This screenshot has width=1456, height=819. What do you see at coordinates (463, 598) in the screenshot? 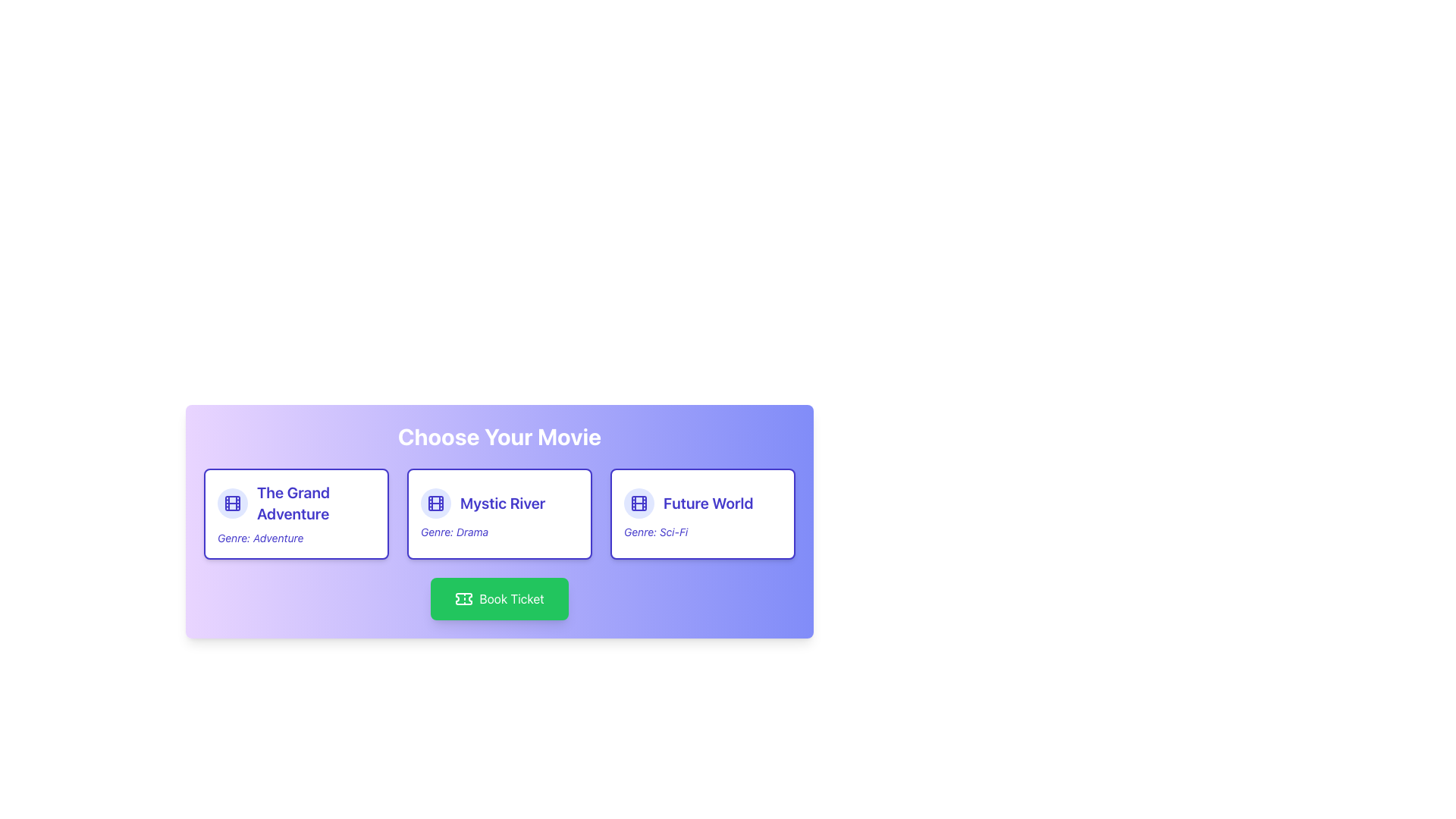
I see `the decorative icon located on the left end of the 'Book Ticket' button, which is green with white text, to indicate the purpose of ticket booking` at bounding box center [463, 598].